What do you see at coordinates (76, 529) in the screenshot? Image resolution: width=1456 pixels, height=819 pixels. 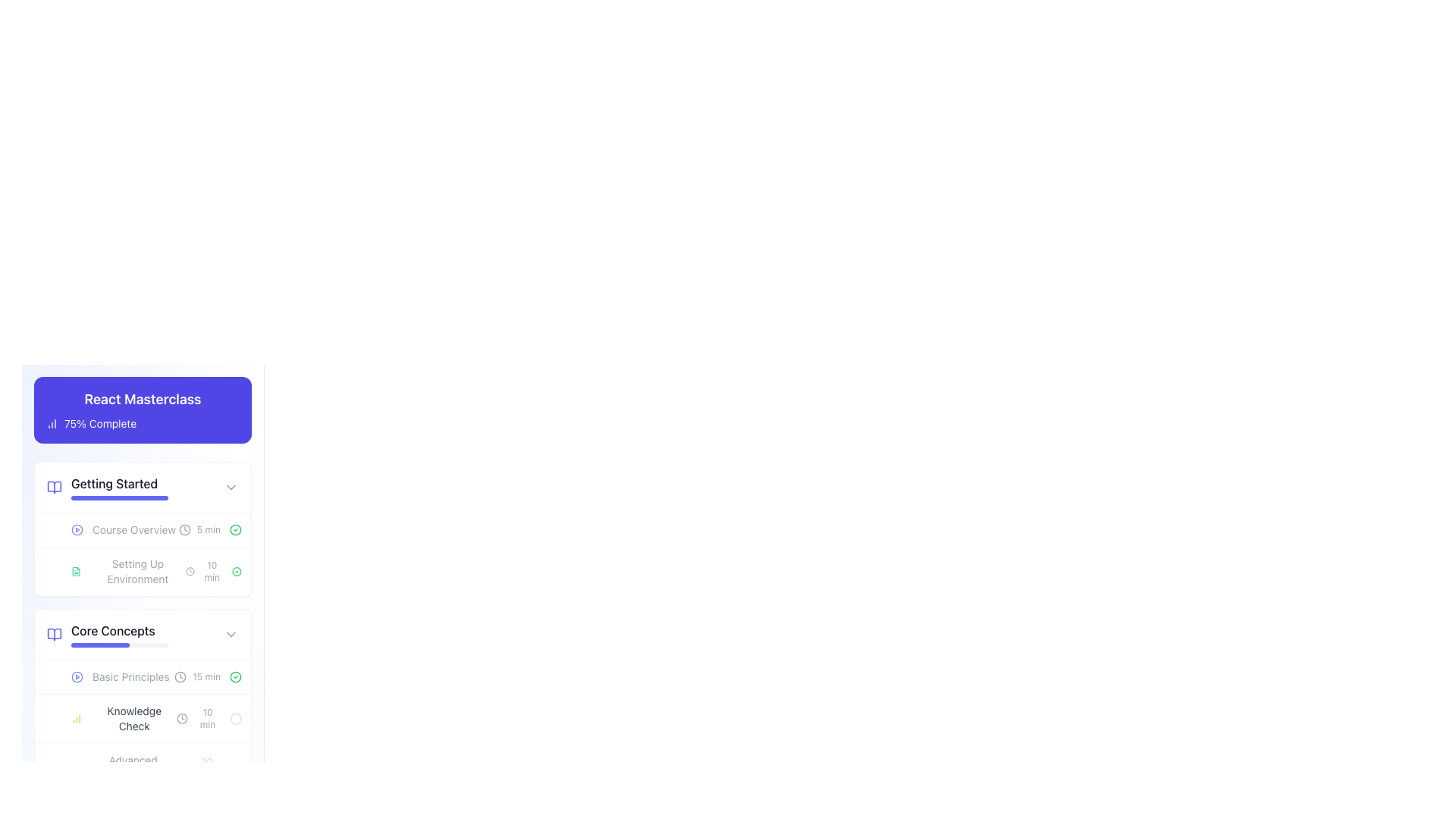 I see `the play icon located to the far left of the 'Course Overview' text, which indicates the ability to initiate a video or audio resource` at bounding box center [76, 529].